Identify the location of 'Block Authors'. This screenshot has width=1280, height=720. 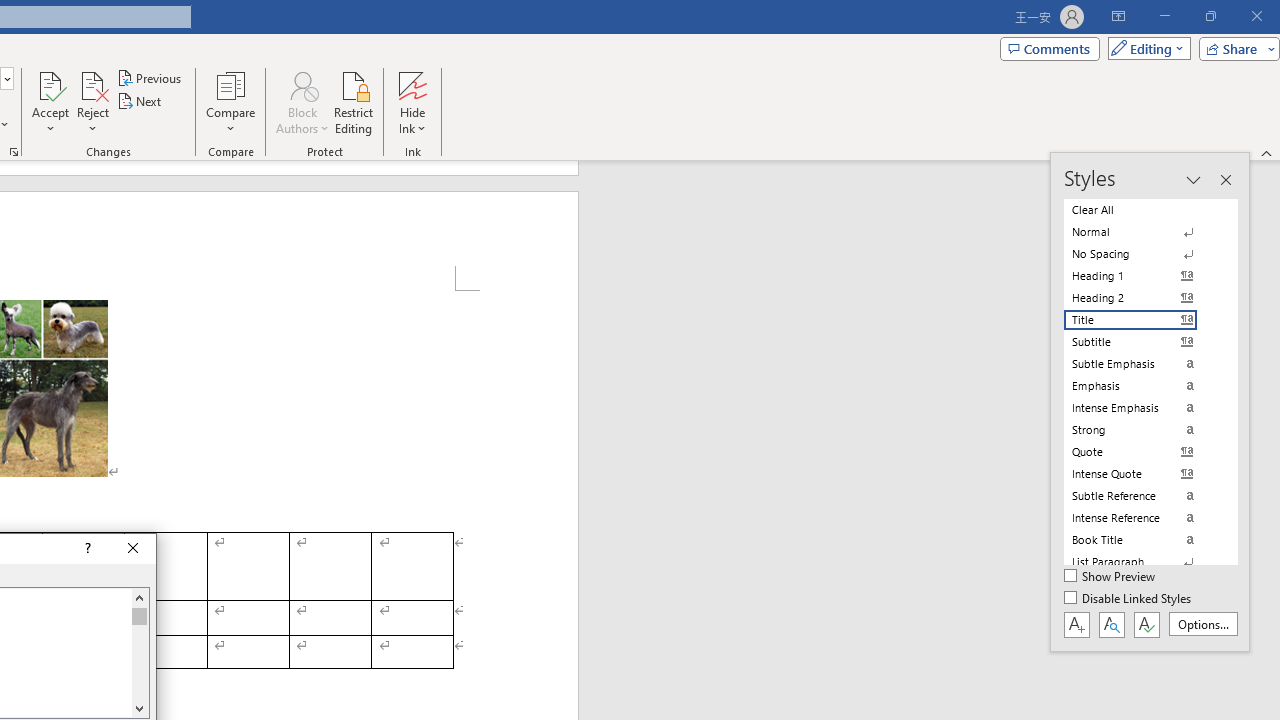
(301, 103).